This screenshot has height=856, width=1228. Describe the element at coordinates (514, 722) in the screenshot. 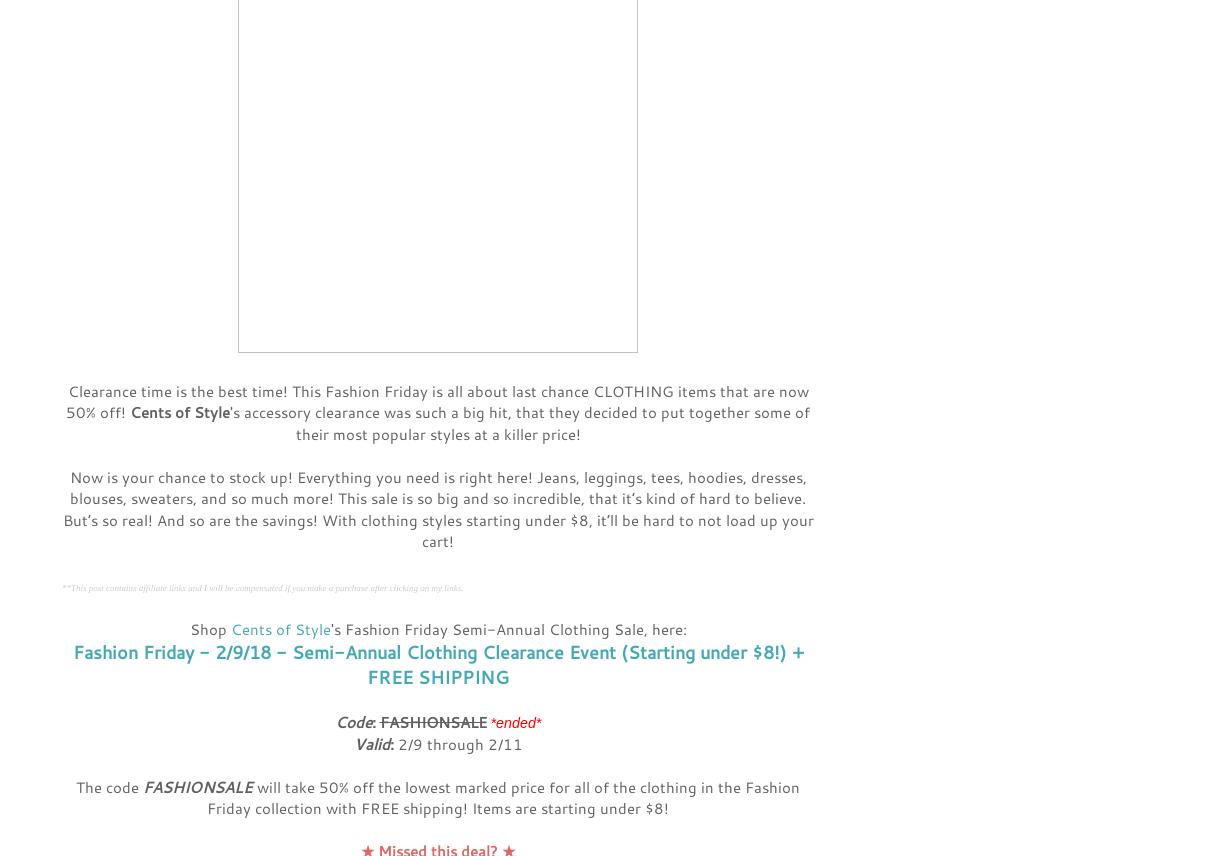

I see `'*ended*'` at that location.